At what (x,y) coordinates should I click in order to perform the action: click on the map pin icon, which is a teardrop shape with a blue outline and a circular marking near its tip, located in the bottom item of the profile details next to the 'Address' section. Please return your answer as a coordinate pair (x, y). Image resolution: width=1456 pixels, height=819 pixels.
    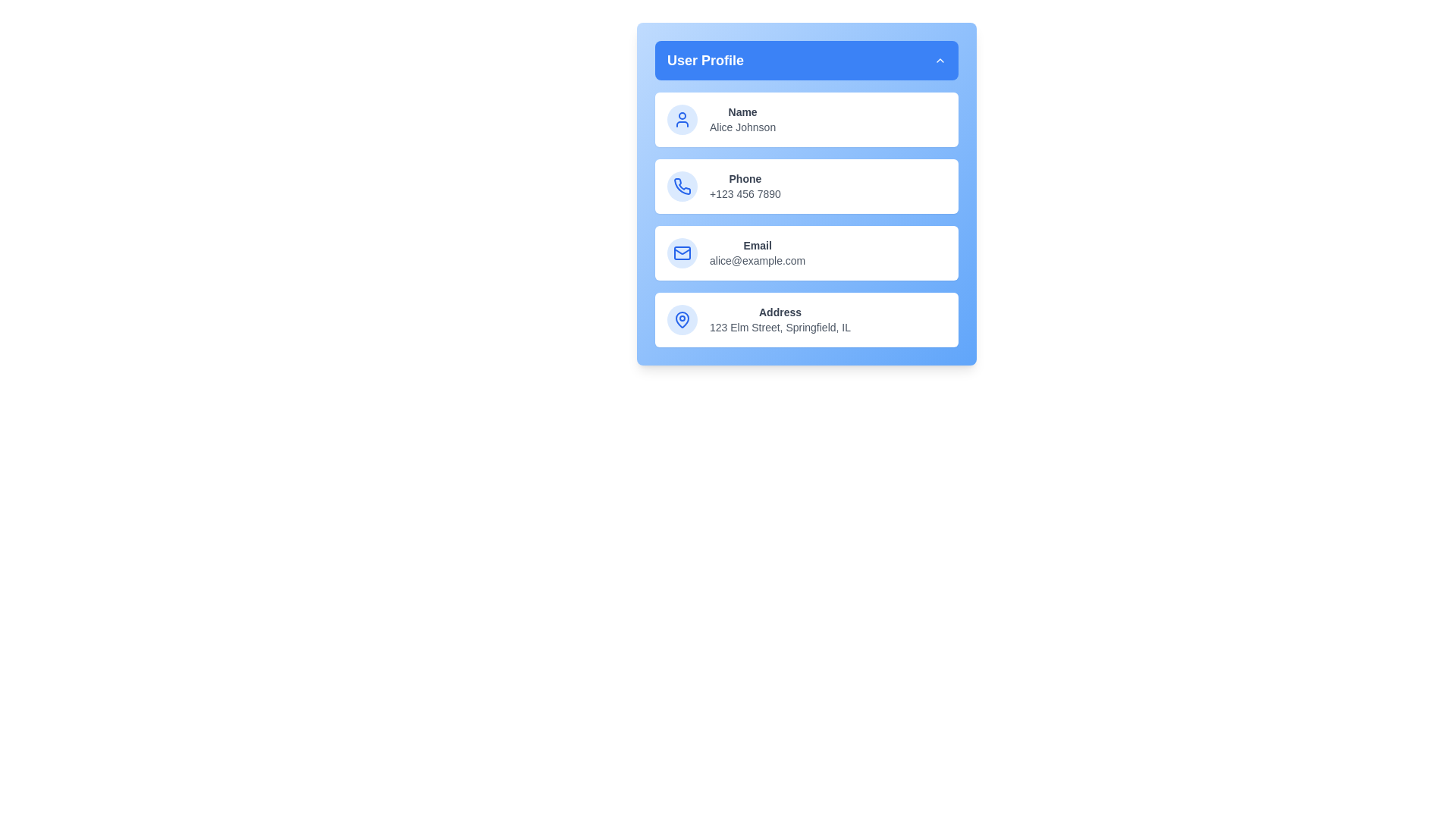
    Looking at the image, I should click on (682, 318).